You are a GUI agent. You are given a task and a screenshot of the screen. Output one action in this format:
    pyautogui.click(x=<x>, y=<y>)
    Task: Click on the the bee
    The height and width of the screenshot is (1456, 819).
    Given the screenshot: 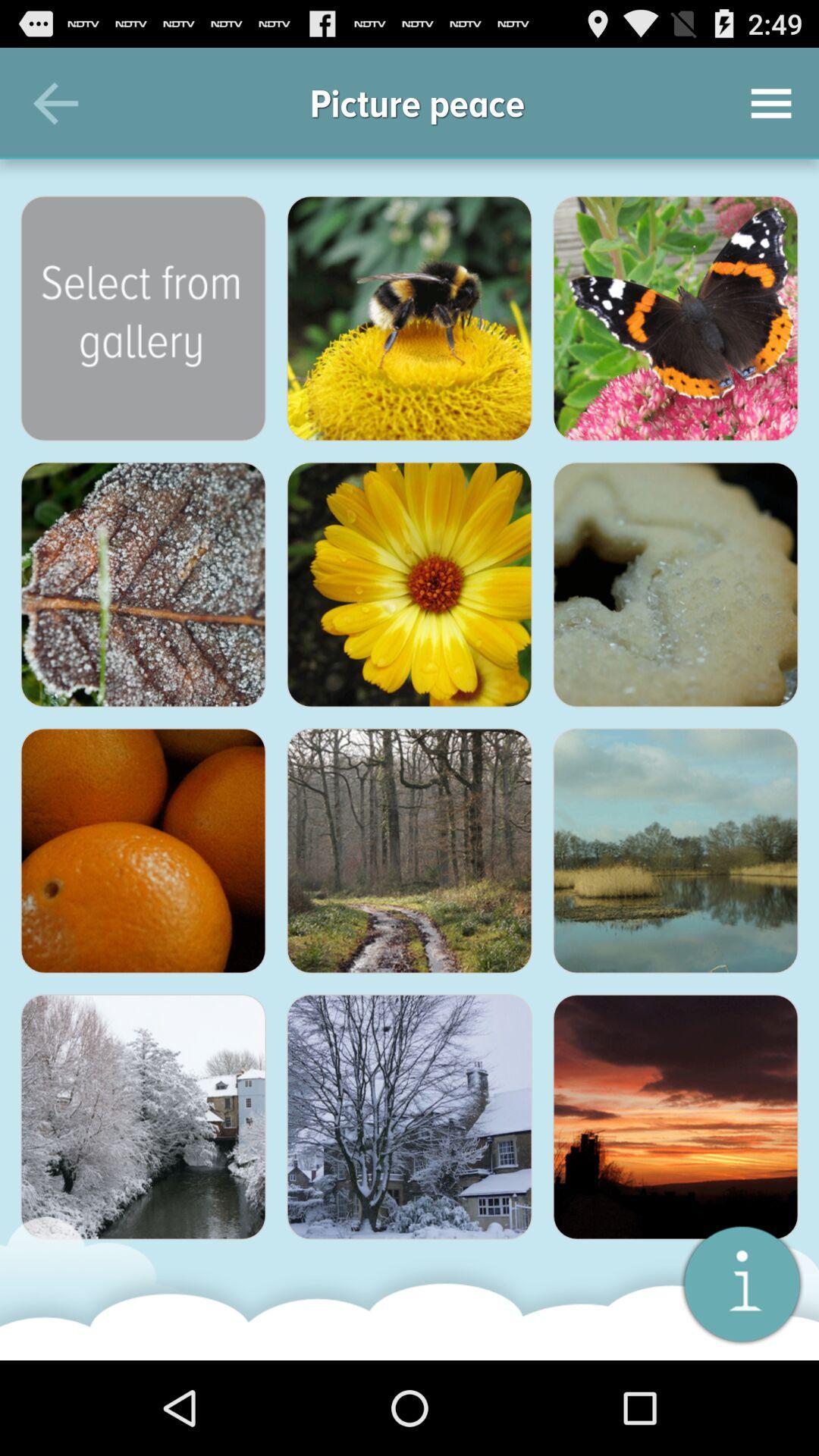 What is the action you would take?
    pyautogui.click(x=409, y=318)
    